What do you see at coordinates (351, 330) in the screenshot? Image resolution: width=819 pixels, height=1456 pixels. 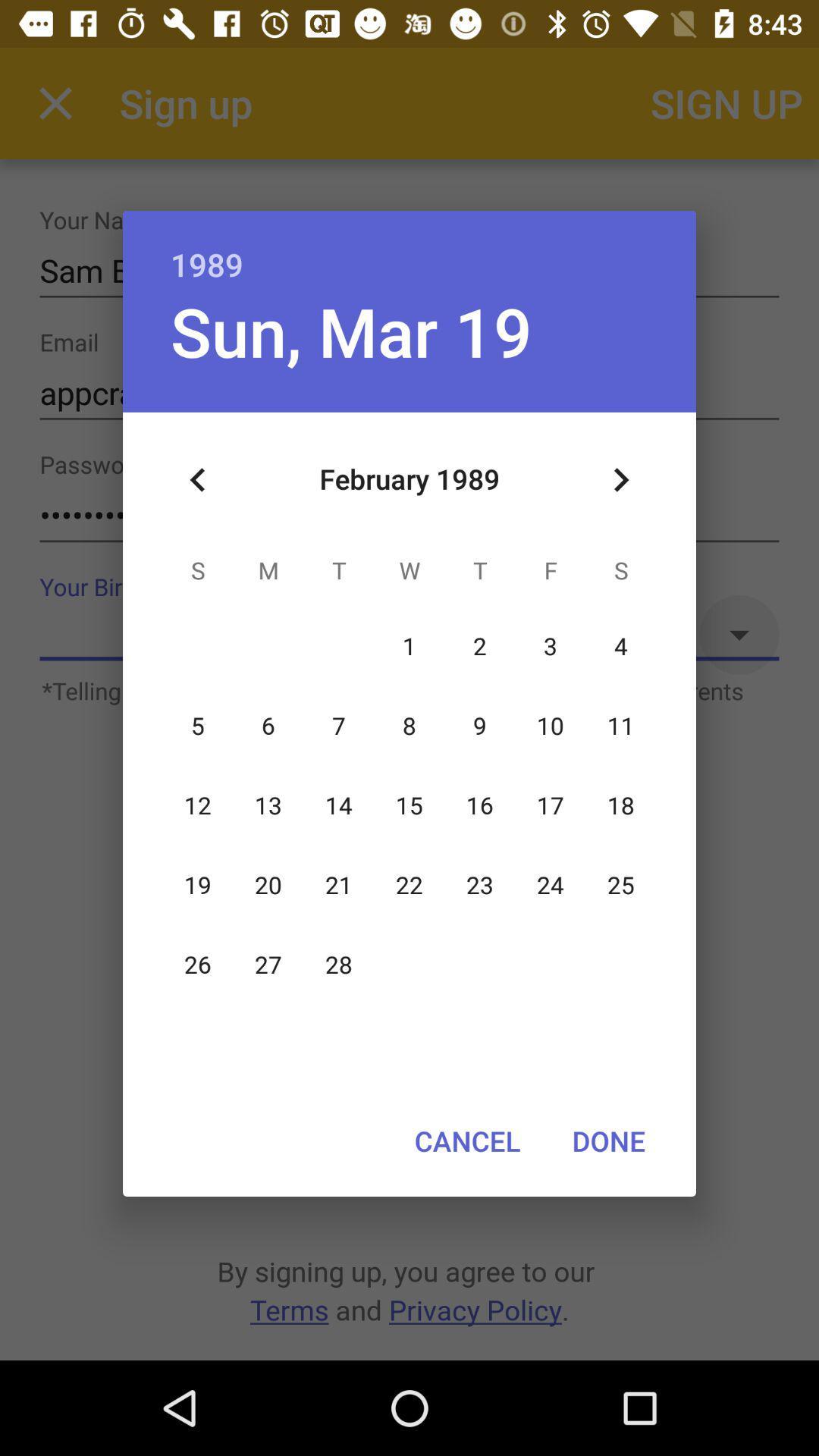 I see `sun, mar 19 item` at bounding box center [351, 330].